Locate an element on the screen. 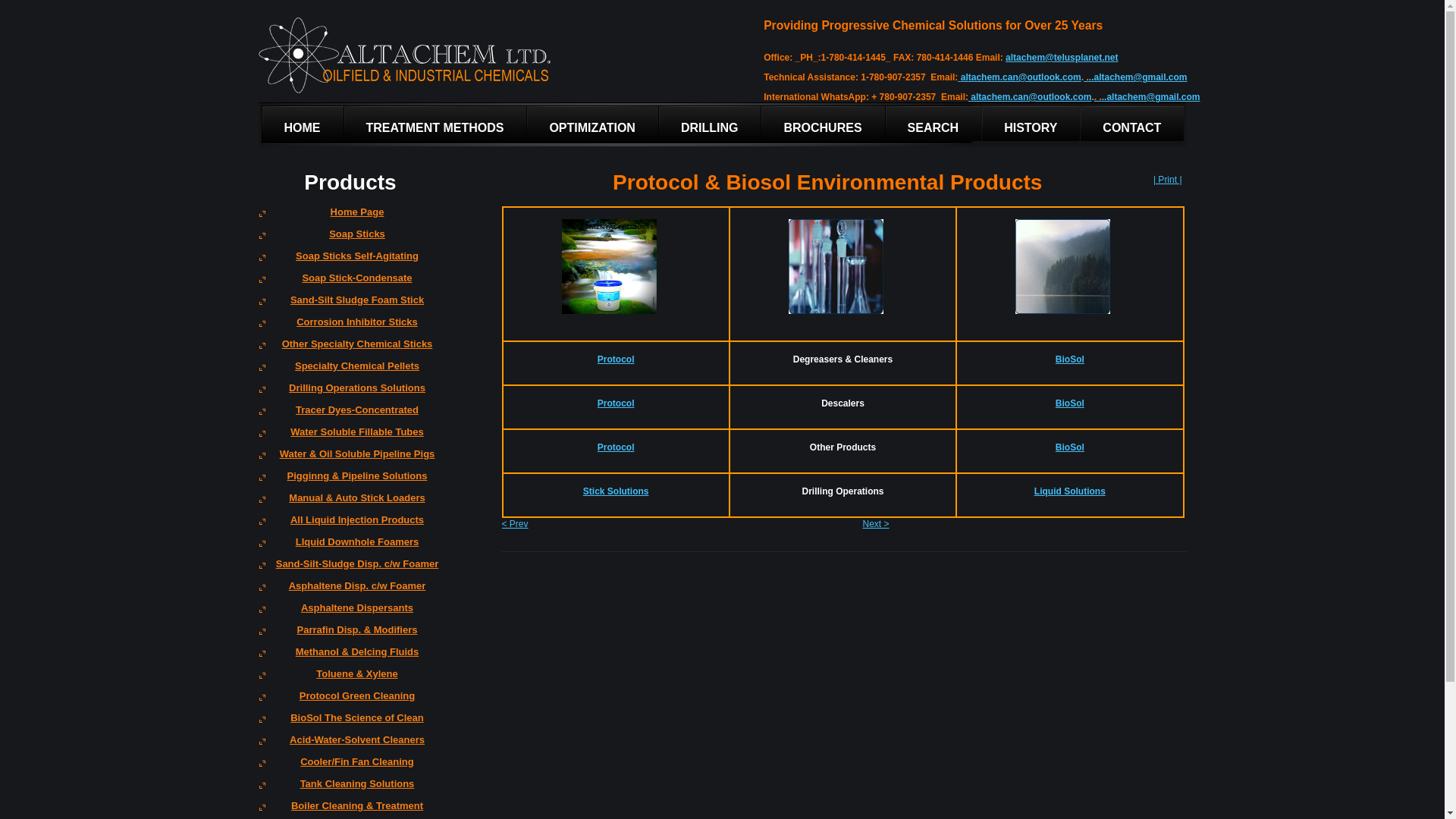  '| Print |' is located at coordinates (1167, 178).